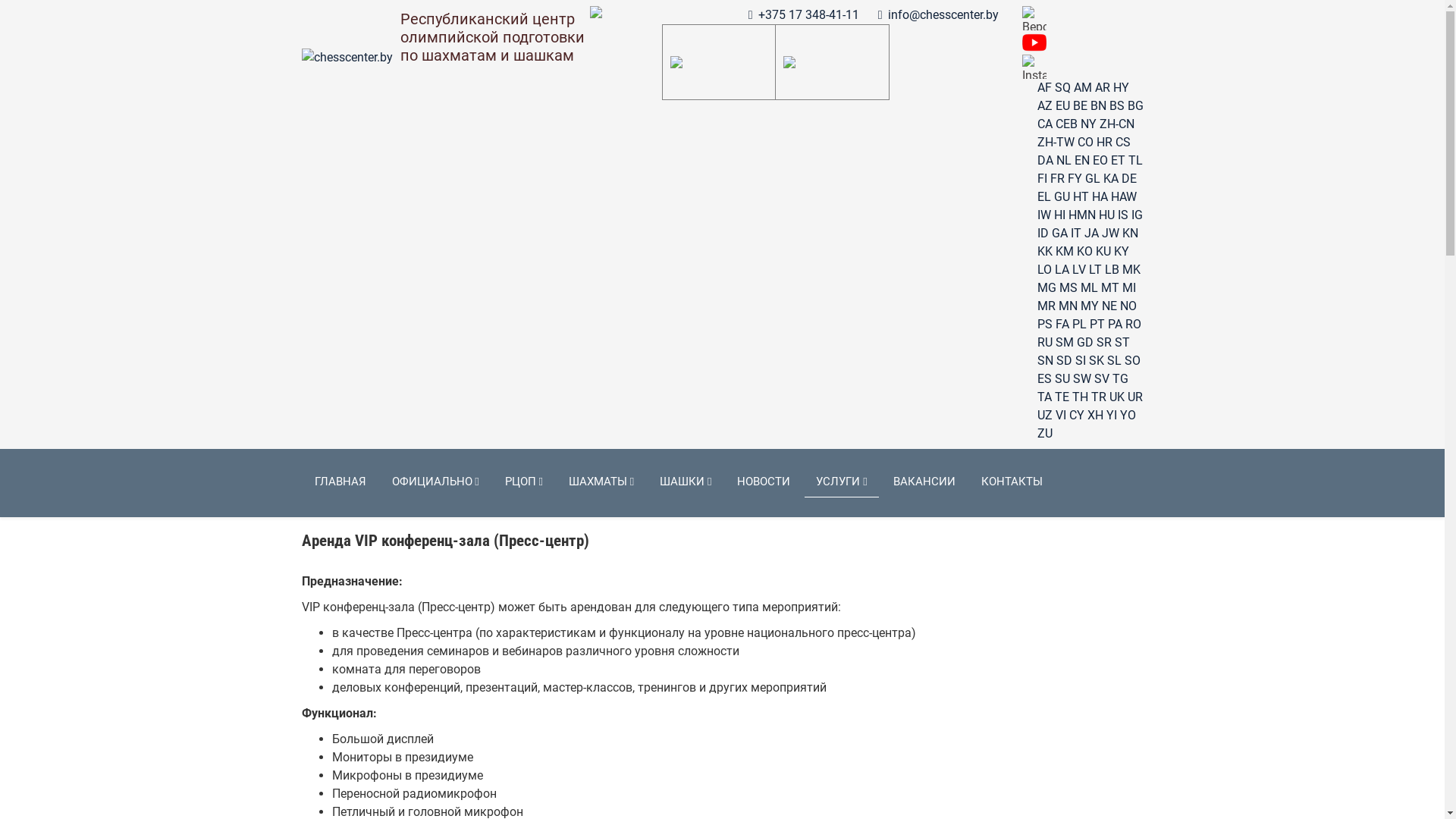 Image resolution: width=1456 pixels, height=819 pixels. I want to click on 'TG', so click(1119, 378).